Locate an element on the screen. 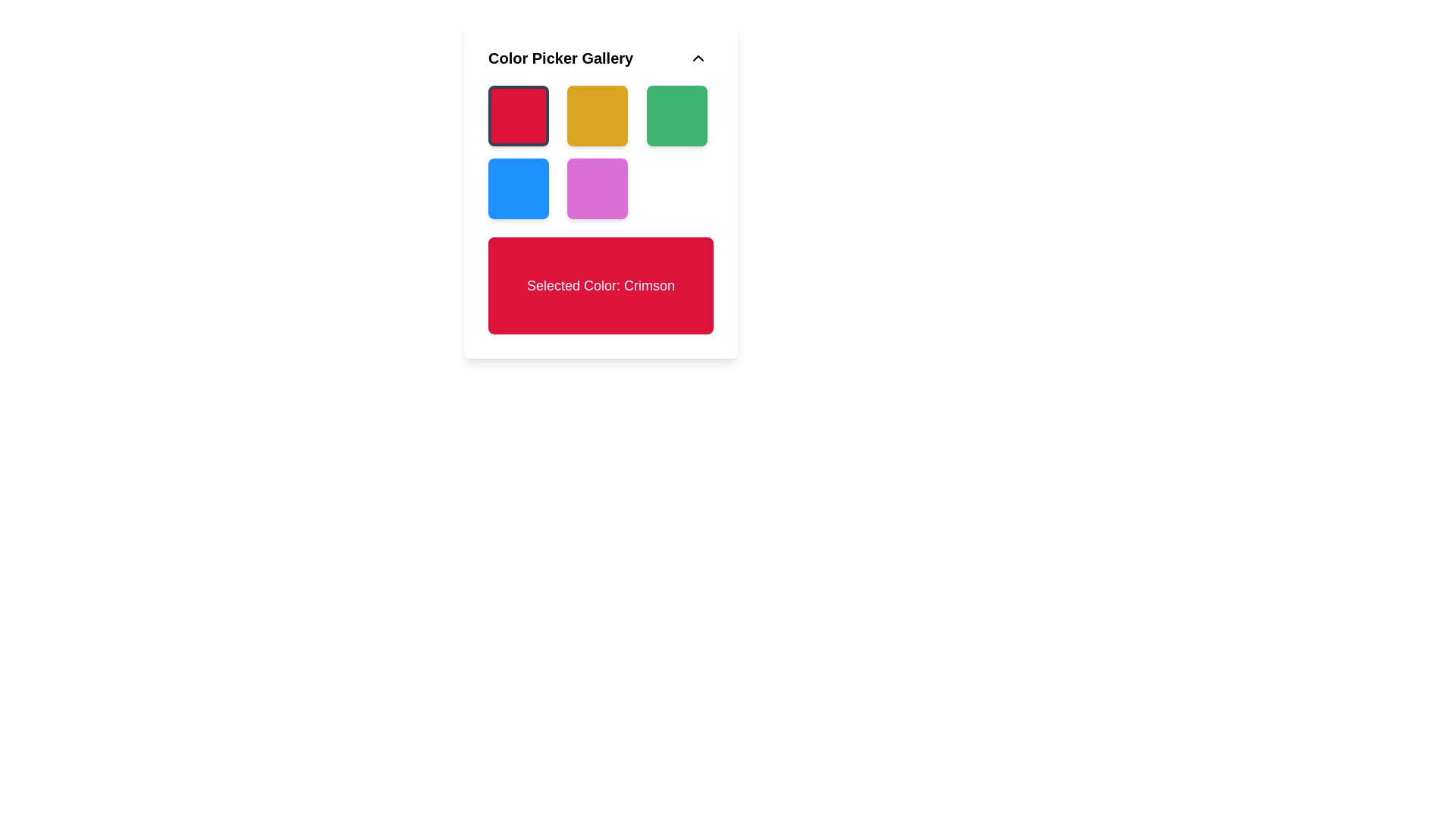 This screenshot has height=819, width=1456. the blue button with rounded corners labeled DodgerBlue to observe the hover animation is located at coordinates (519, 188).